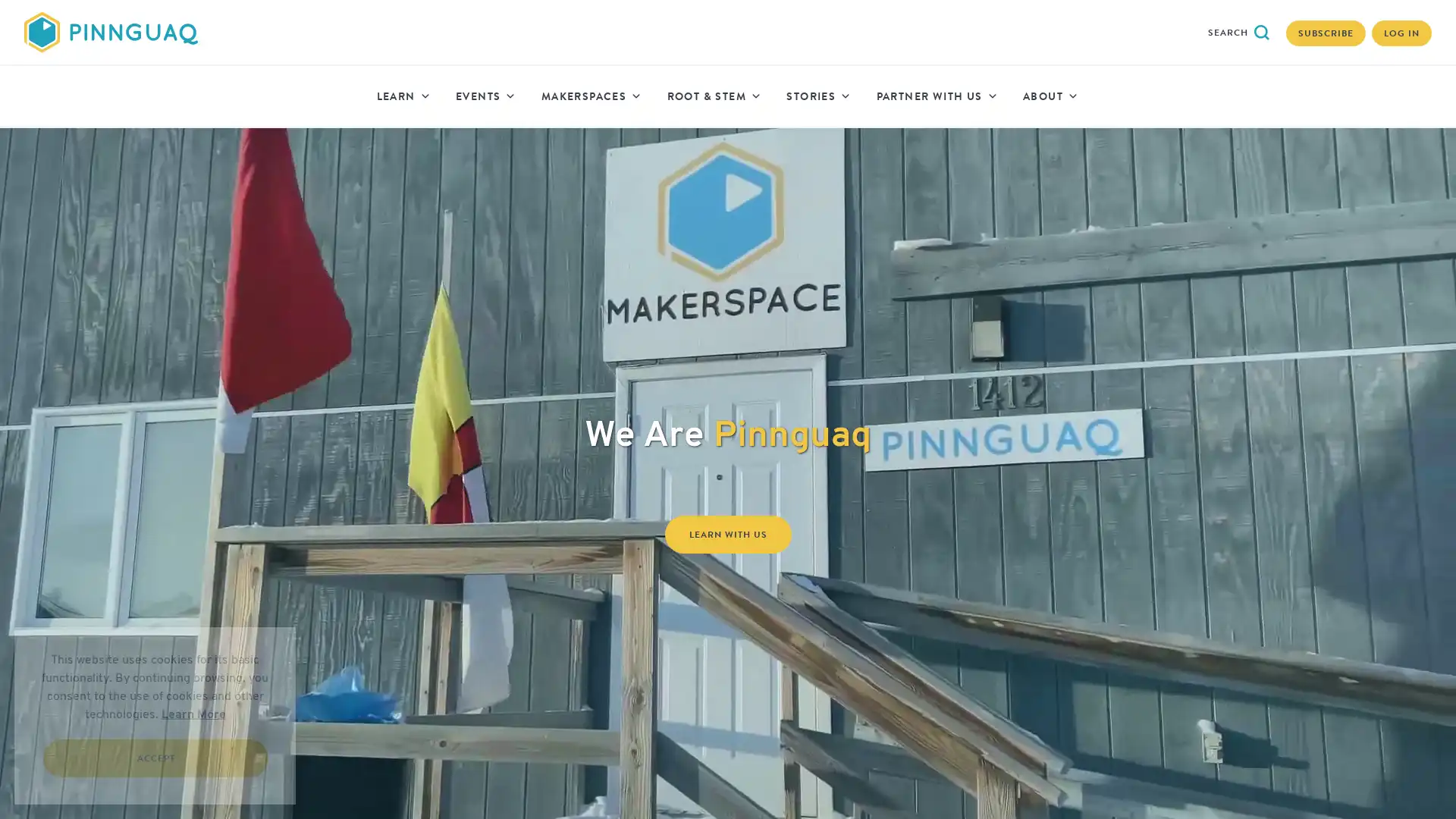 This screenshot has height=819, width=1456. What do you see at coordinates (1238, 32) in the screenshot?
I see `SEARCH` at bounding box center [1238, 32].